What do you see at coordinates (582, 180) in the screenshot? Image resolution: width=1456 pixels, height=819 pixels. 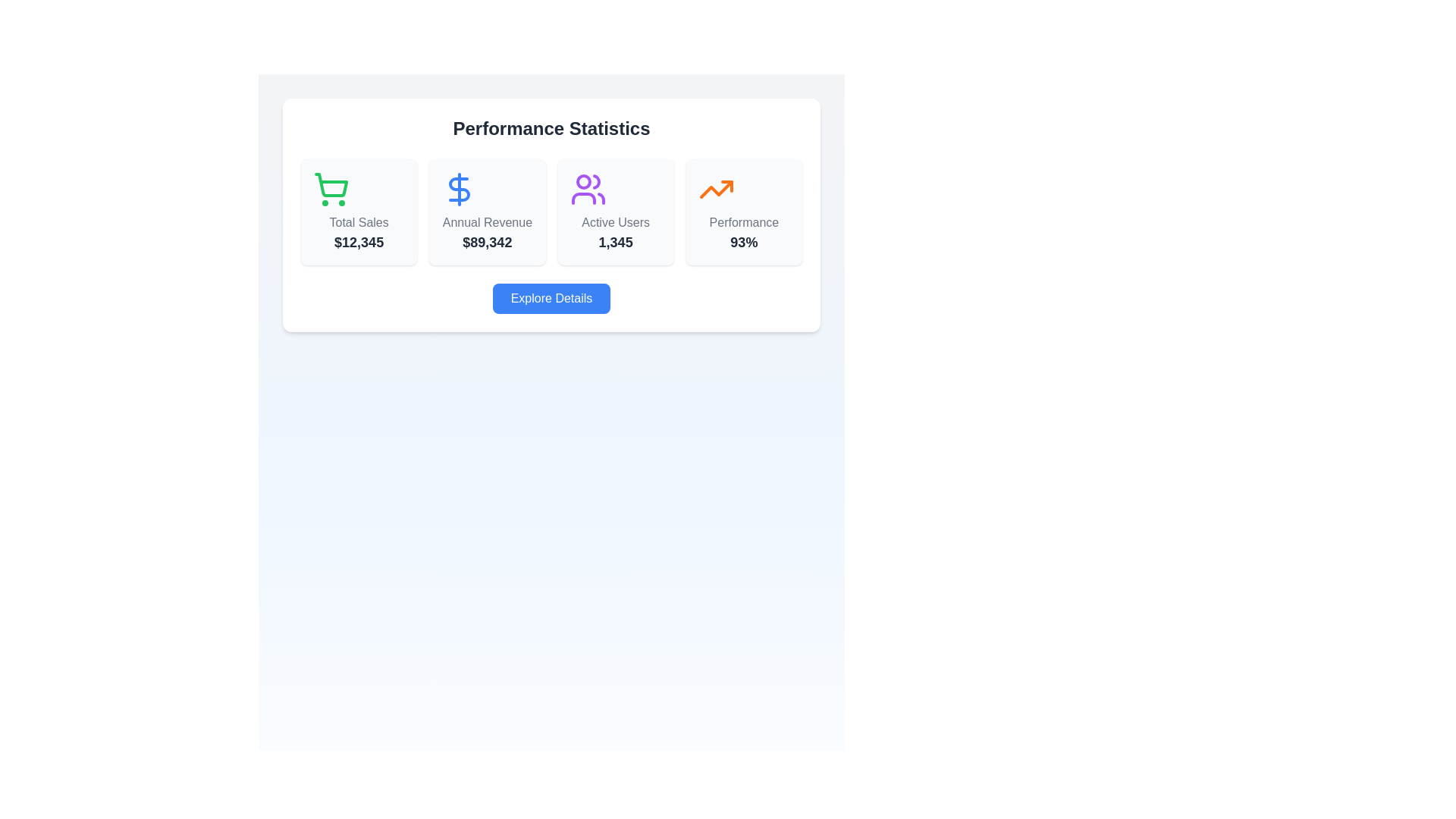 I see `the circular Icon graphic component within the 'Active Users' card in the statistics section` at bounding box center [582, 180].